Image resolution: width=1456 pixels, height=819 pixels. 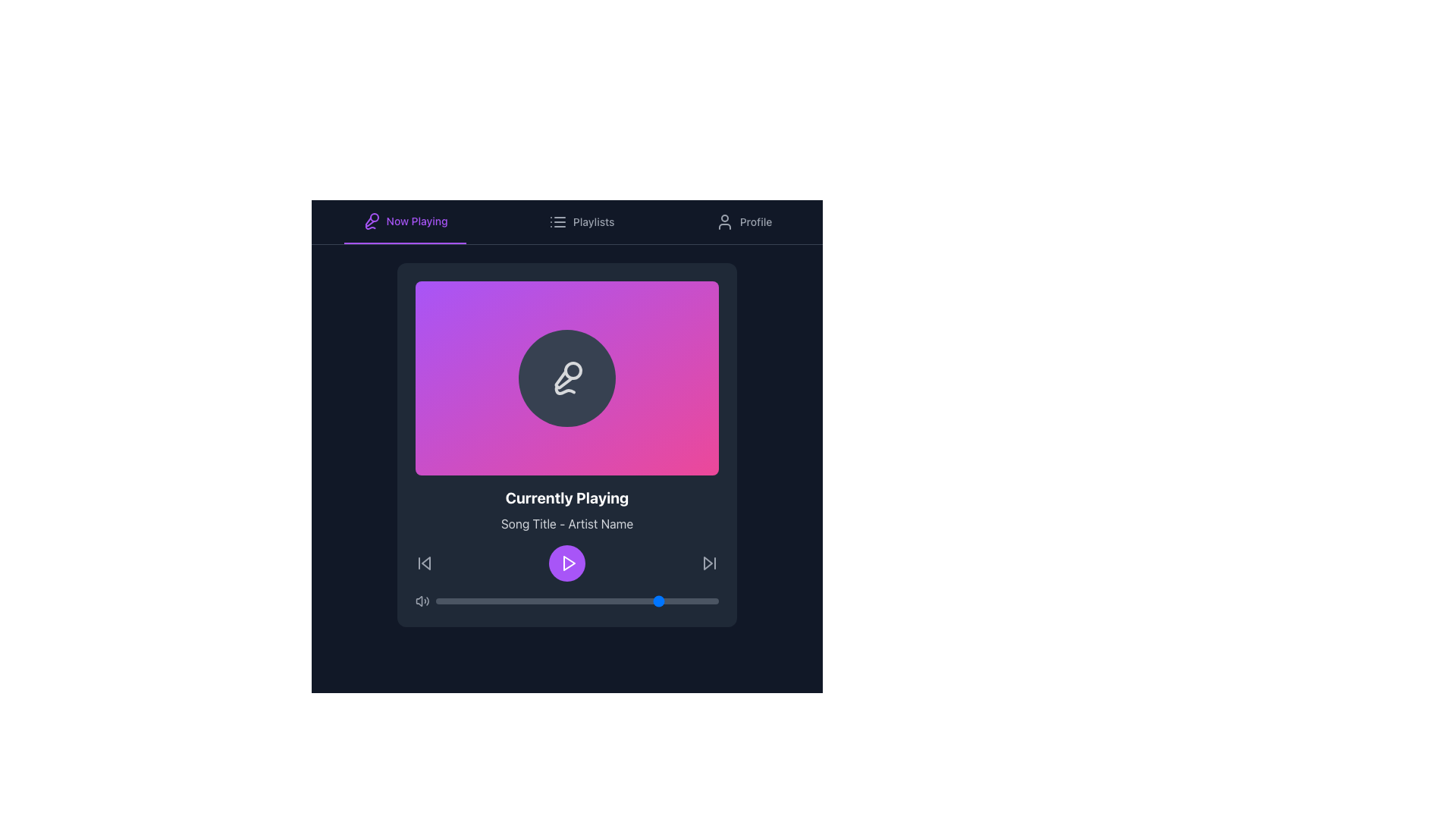 I want to click on the 'Playlists' icon located in the top navigation bar, which visually represents the playlists section, so click(x=557, y=222).